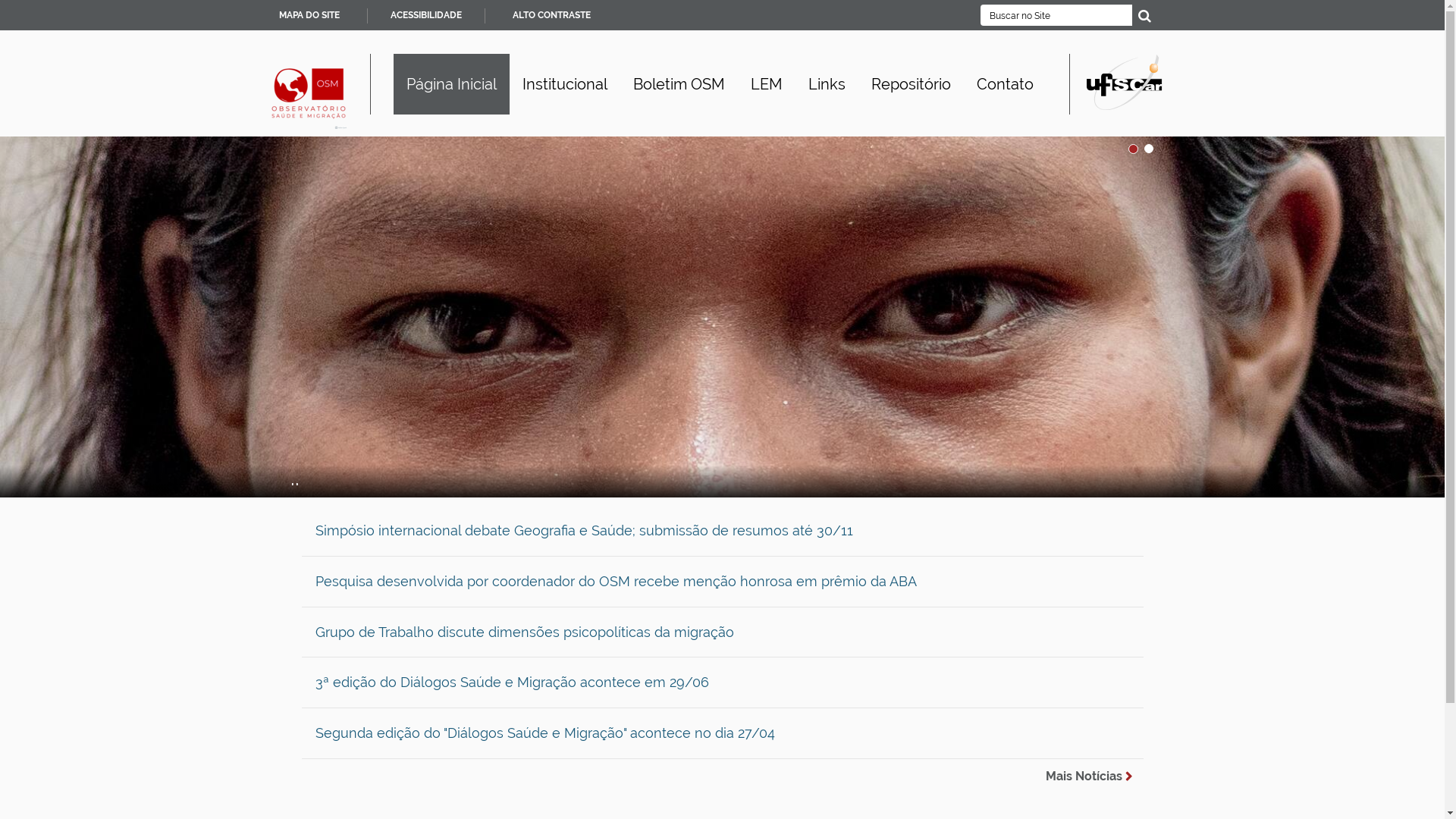 The image size is (1456, 819). Describe the element at coordinates (825, 84) in the screenshot. I see `'Links'` at that location.